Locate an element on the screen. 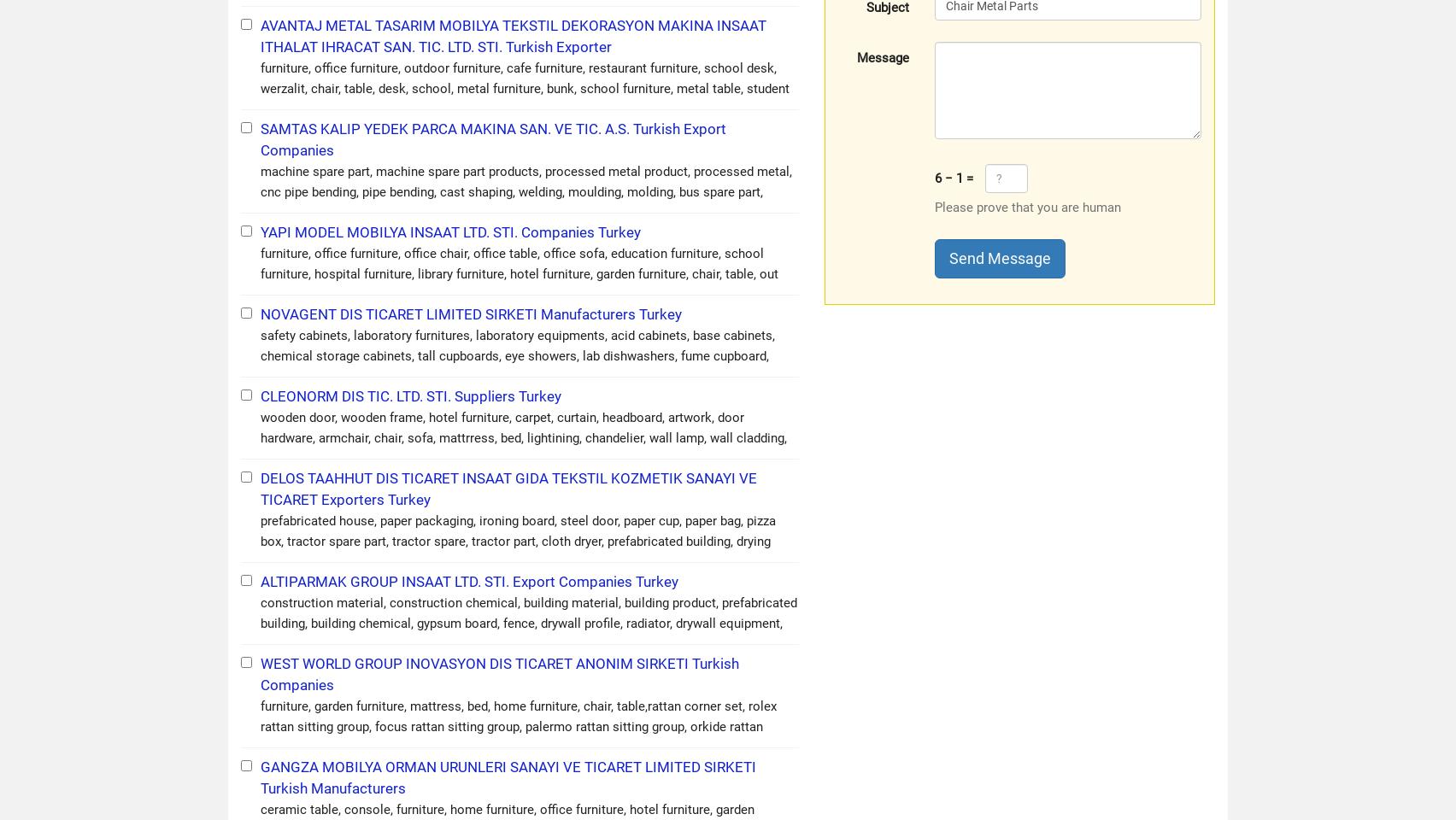  'Please prove that you are human' is located at coordinates (1027, 206).